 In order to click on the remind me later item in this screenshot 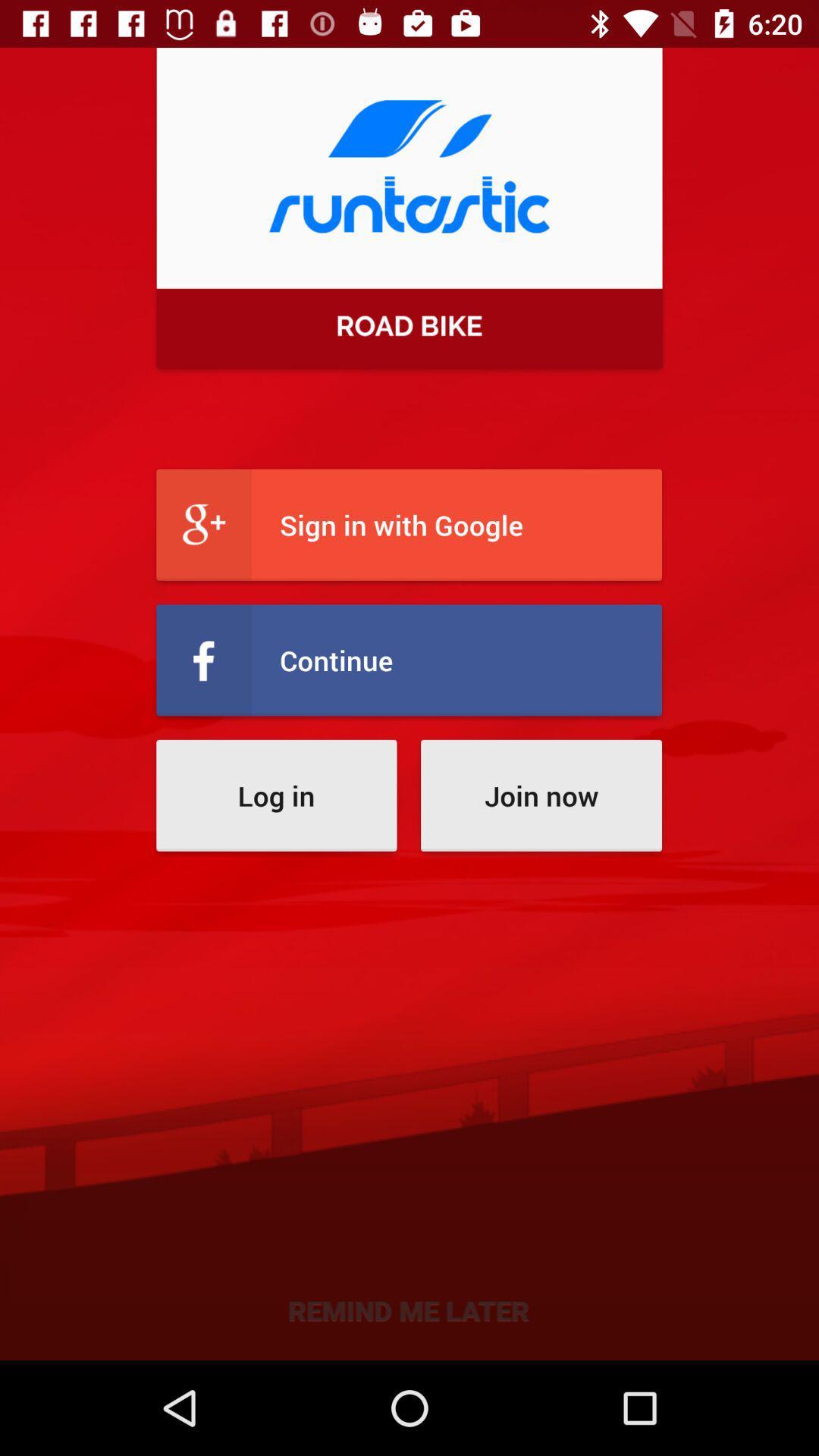, I will do `click(408, 1309)`.